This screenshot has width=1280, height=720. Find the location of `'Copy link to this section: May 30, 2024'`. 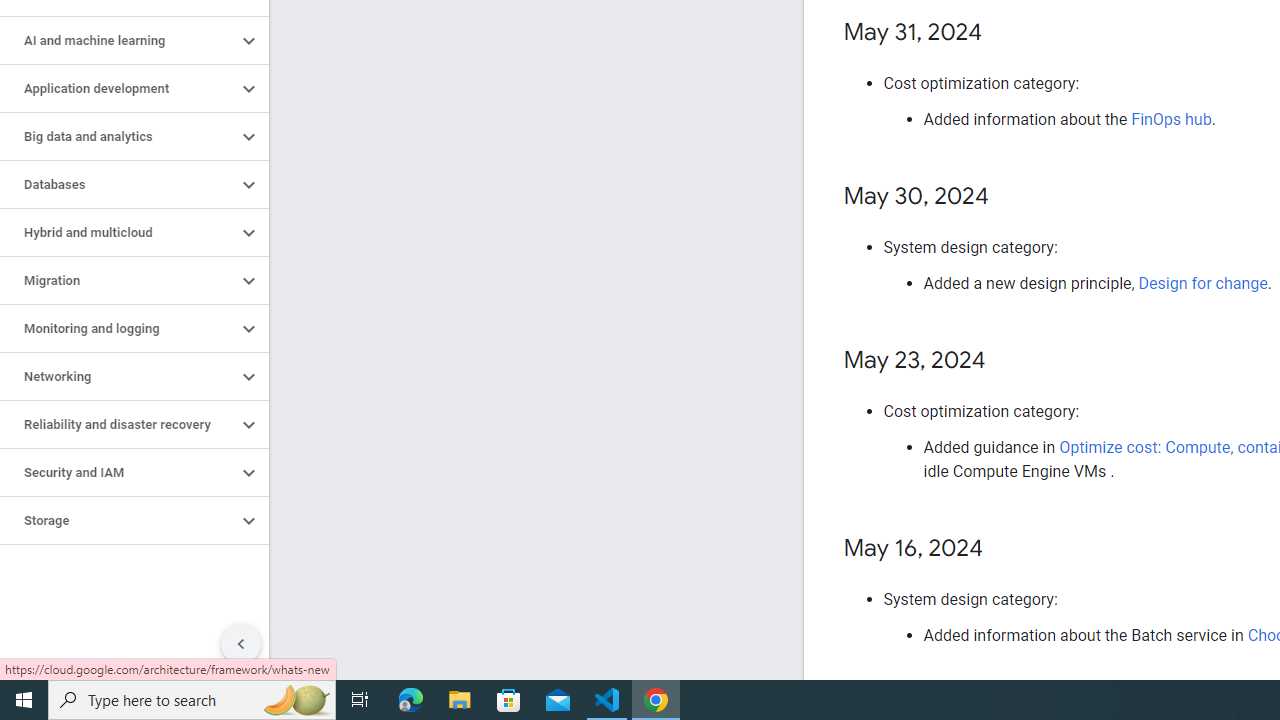

'Copy link to this section: May 30, 2024' is located at coordinates (1008, 197).